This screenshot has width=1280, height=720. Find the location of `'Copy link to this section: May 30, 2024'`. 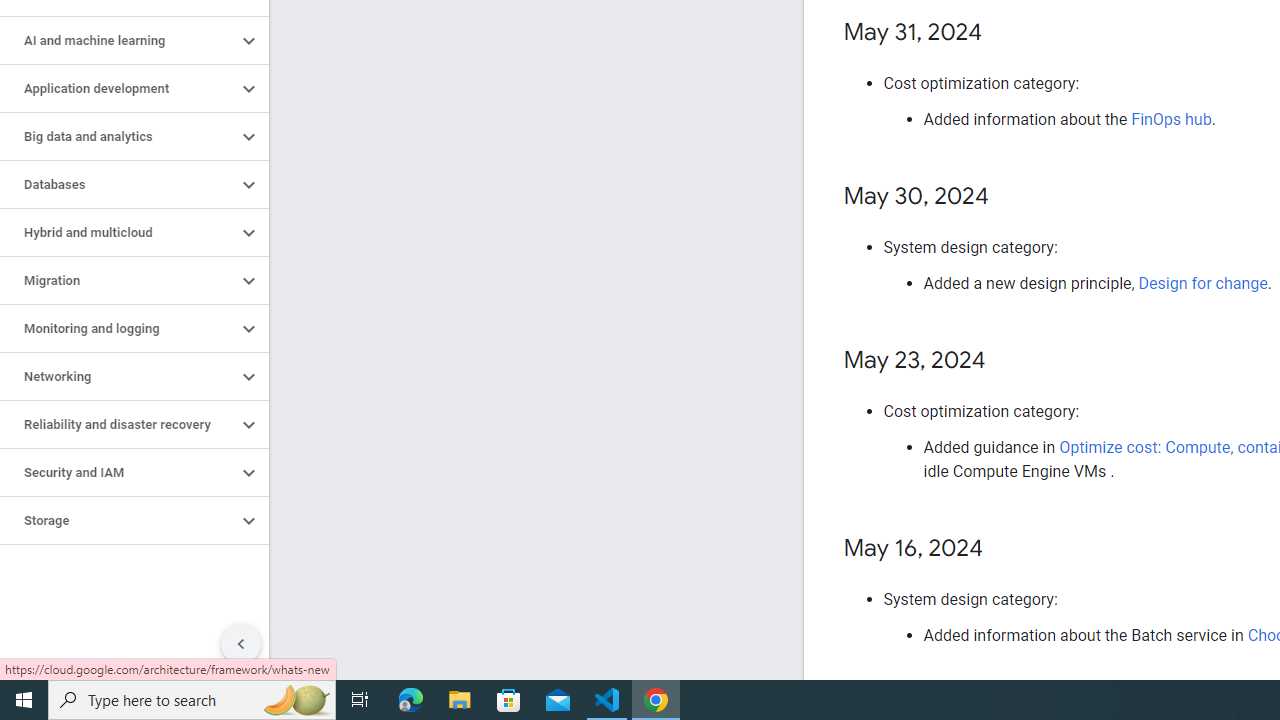

'Copy link to this section: May 30, 2024' is located at coordinates (1008, 197).